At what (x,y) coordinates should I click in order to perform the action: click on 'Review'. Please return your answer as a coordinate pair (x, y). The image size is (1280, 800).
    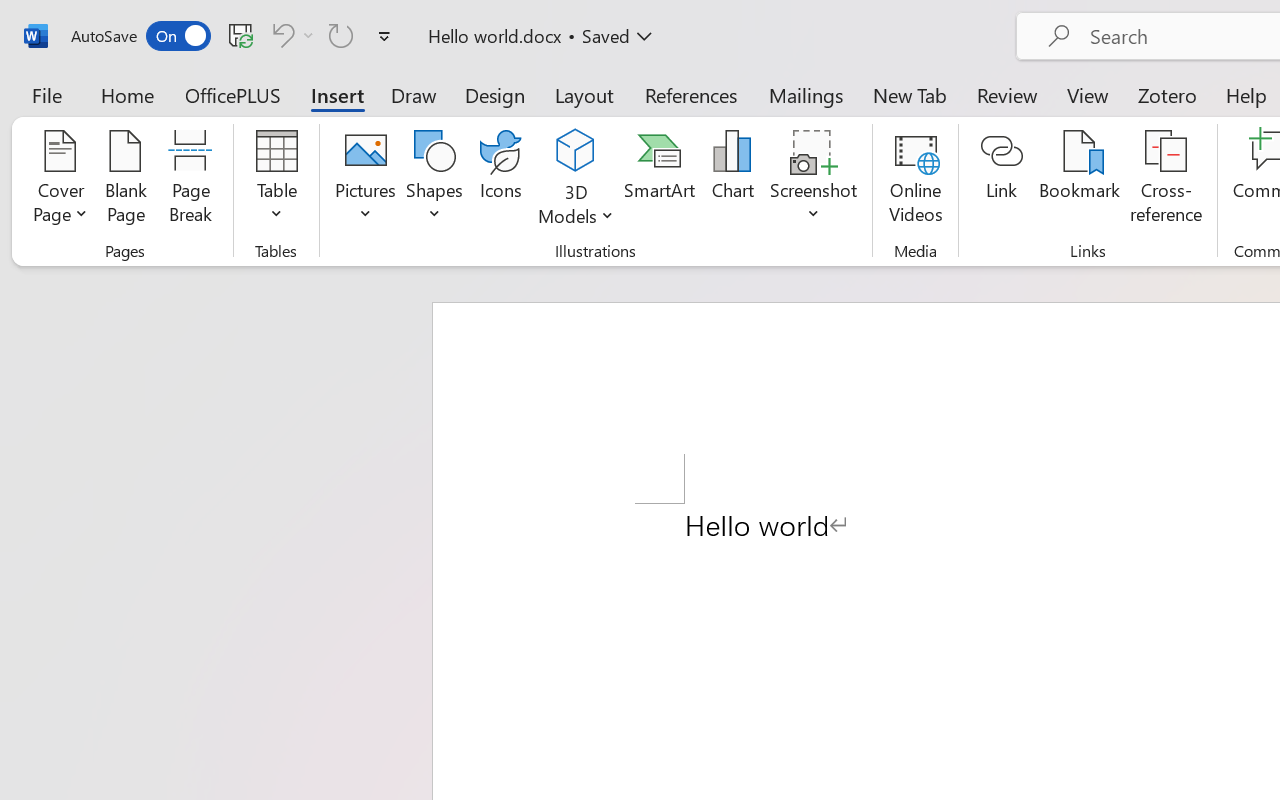
    Looking at the image, I should click on (1007, 94).